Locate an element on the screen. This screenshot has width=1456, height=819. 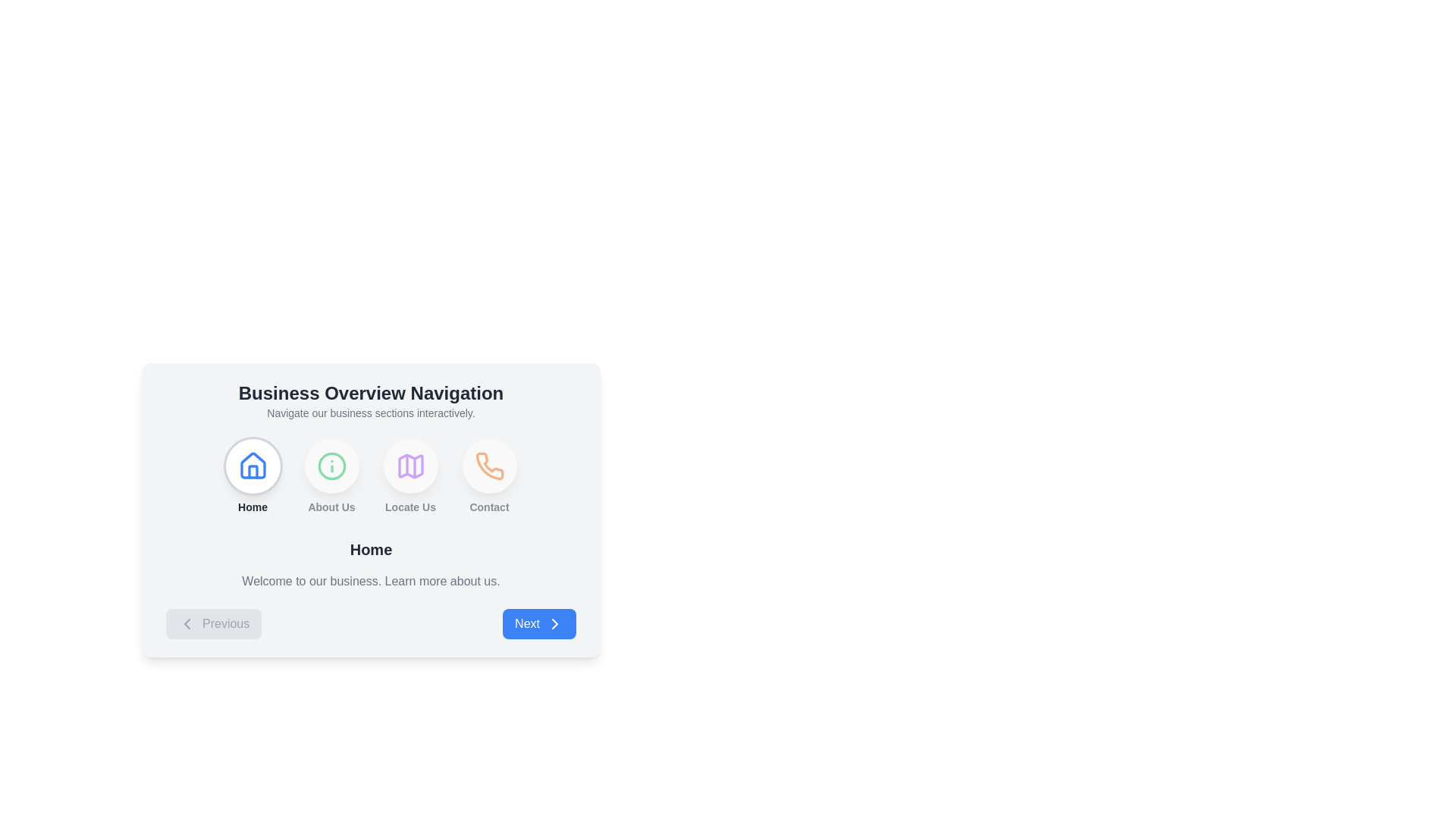
the 'Home' icon in the navigation menu, which is the first icon on the left, representing the main section of the application is located at coordinates (253, 465).